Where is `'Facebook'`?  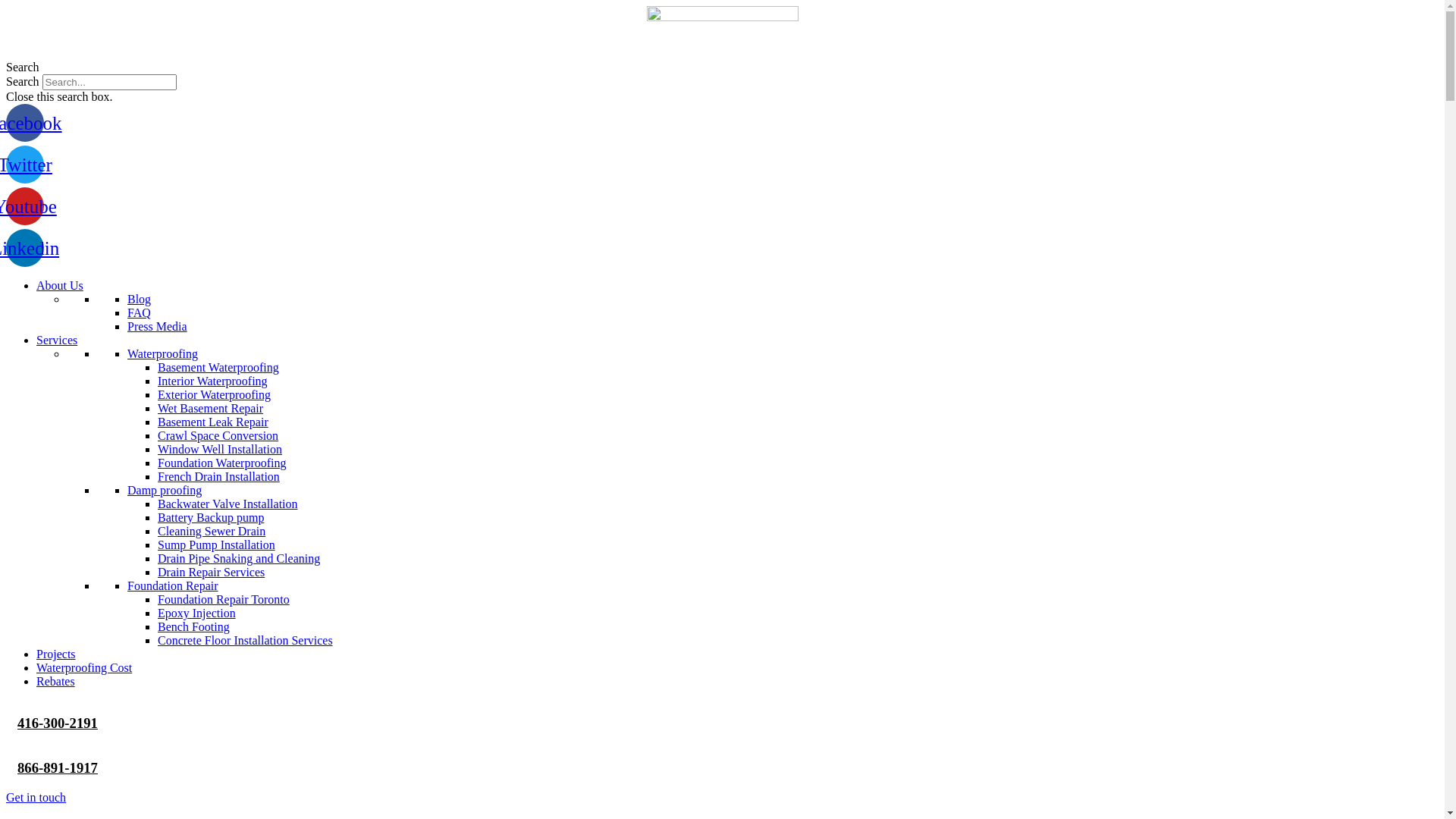 'Facebook' is located at coordinates (25, 122).